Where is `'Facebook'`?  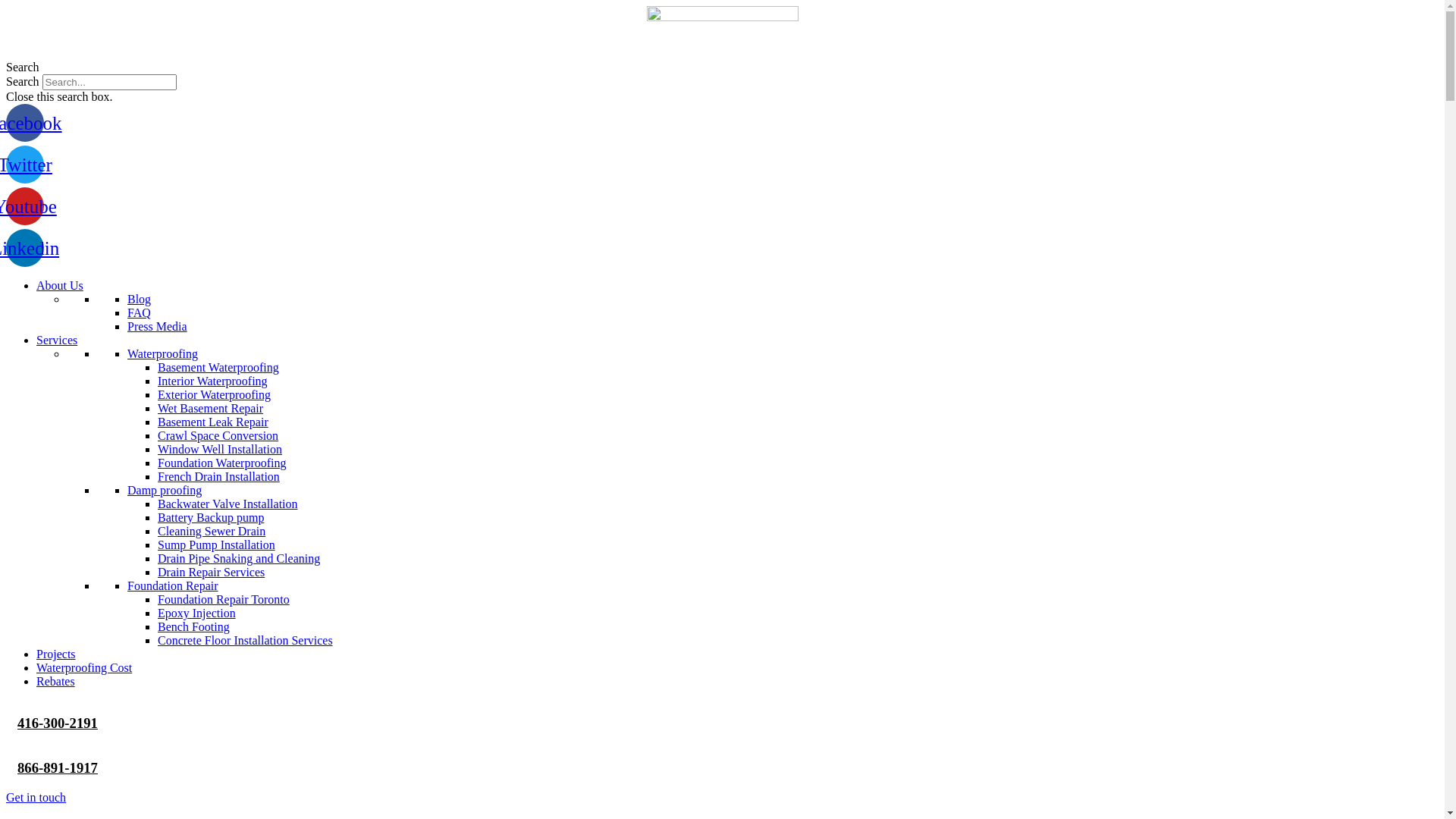 'Facebook' is located at coordinates (25, 122).